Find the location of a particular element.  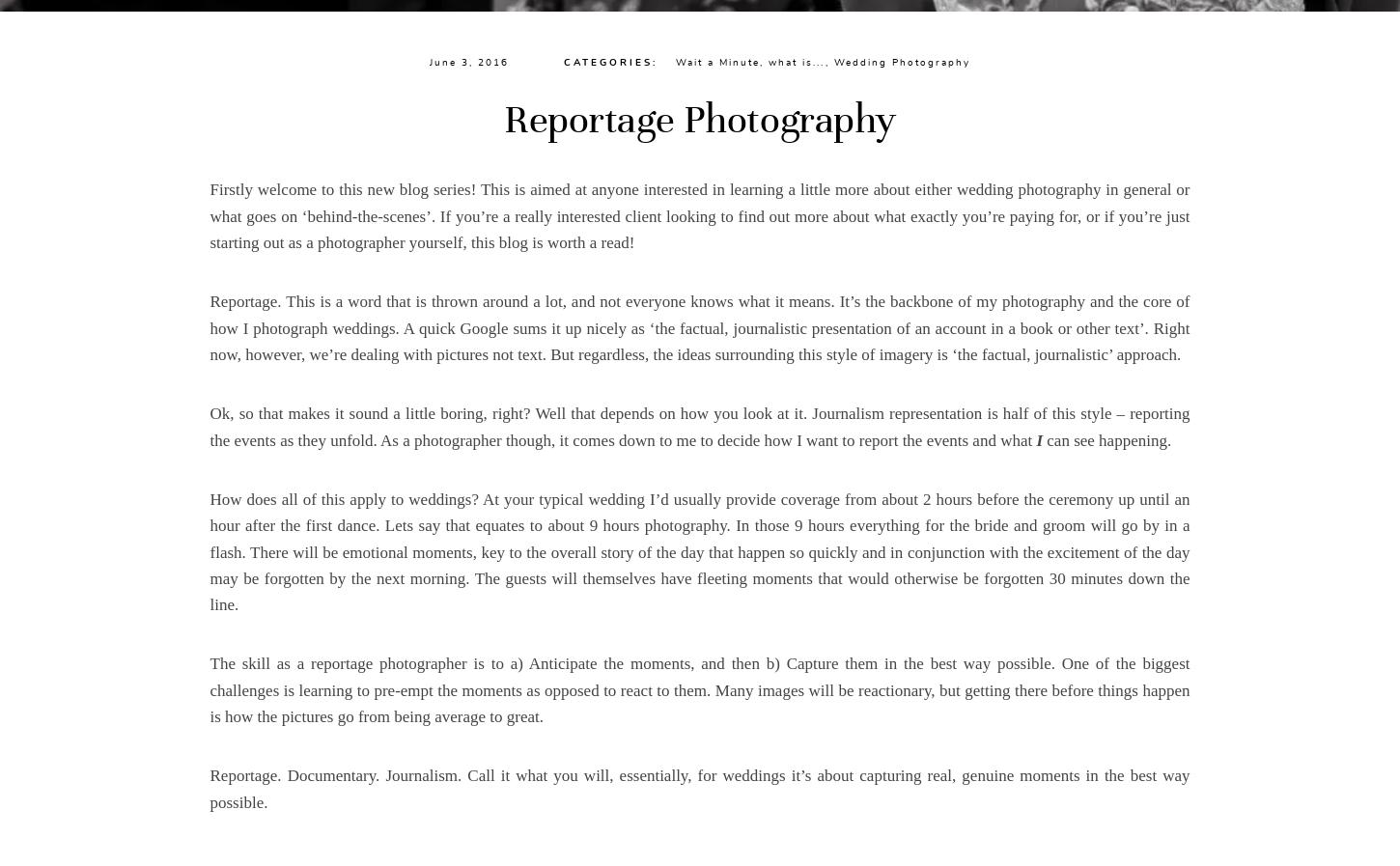

'Wedding Photography' is located at coordinates (900, 62).